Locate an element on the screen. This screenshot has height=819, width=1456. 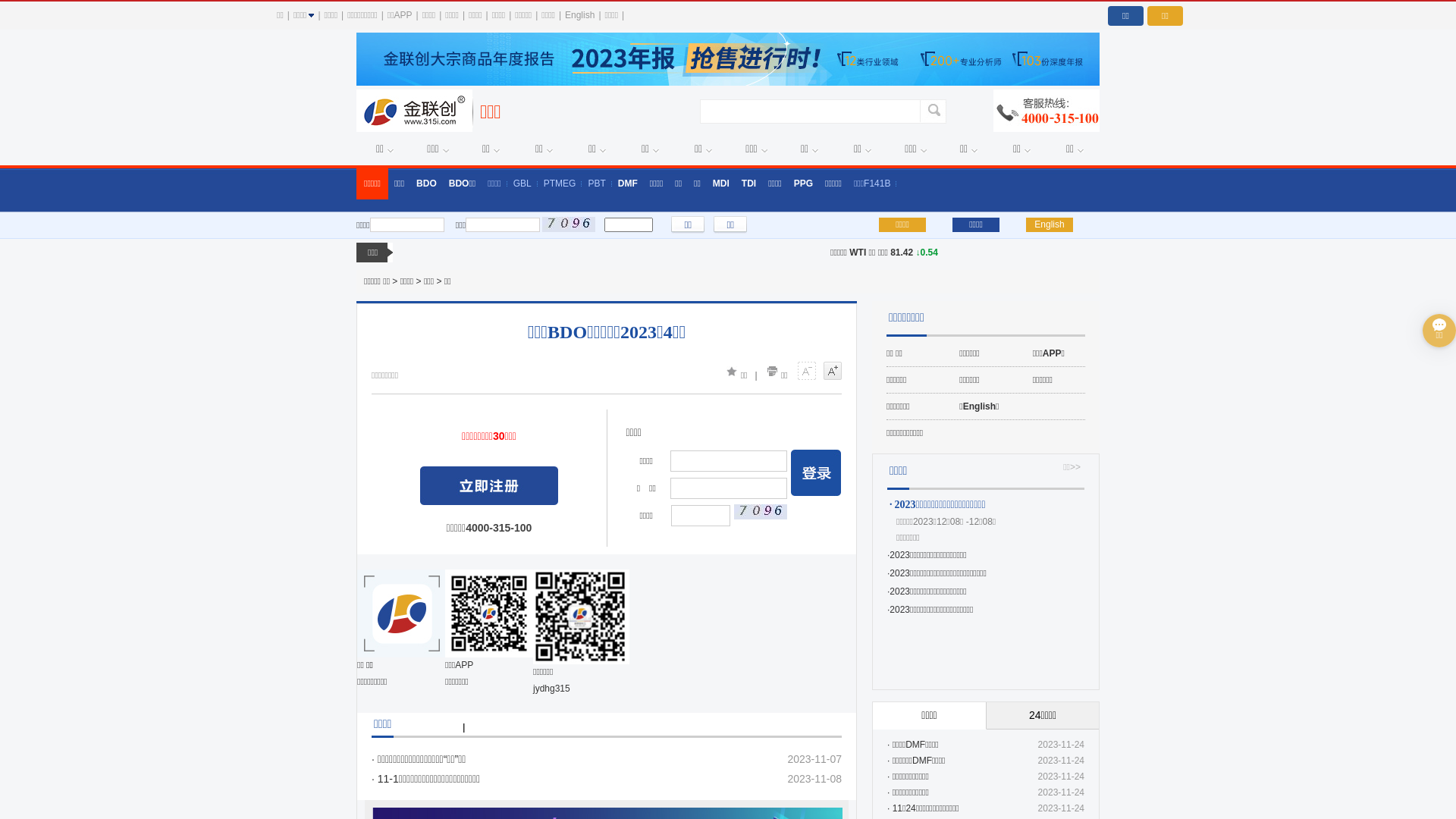
'English' is located at coordinates (560, 14).